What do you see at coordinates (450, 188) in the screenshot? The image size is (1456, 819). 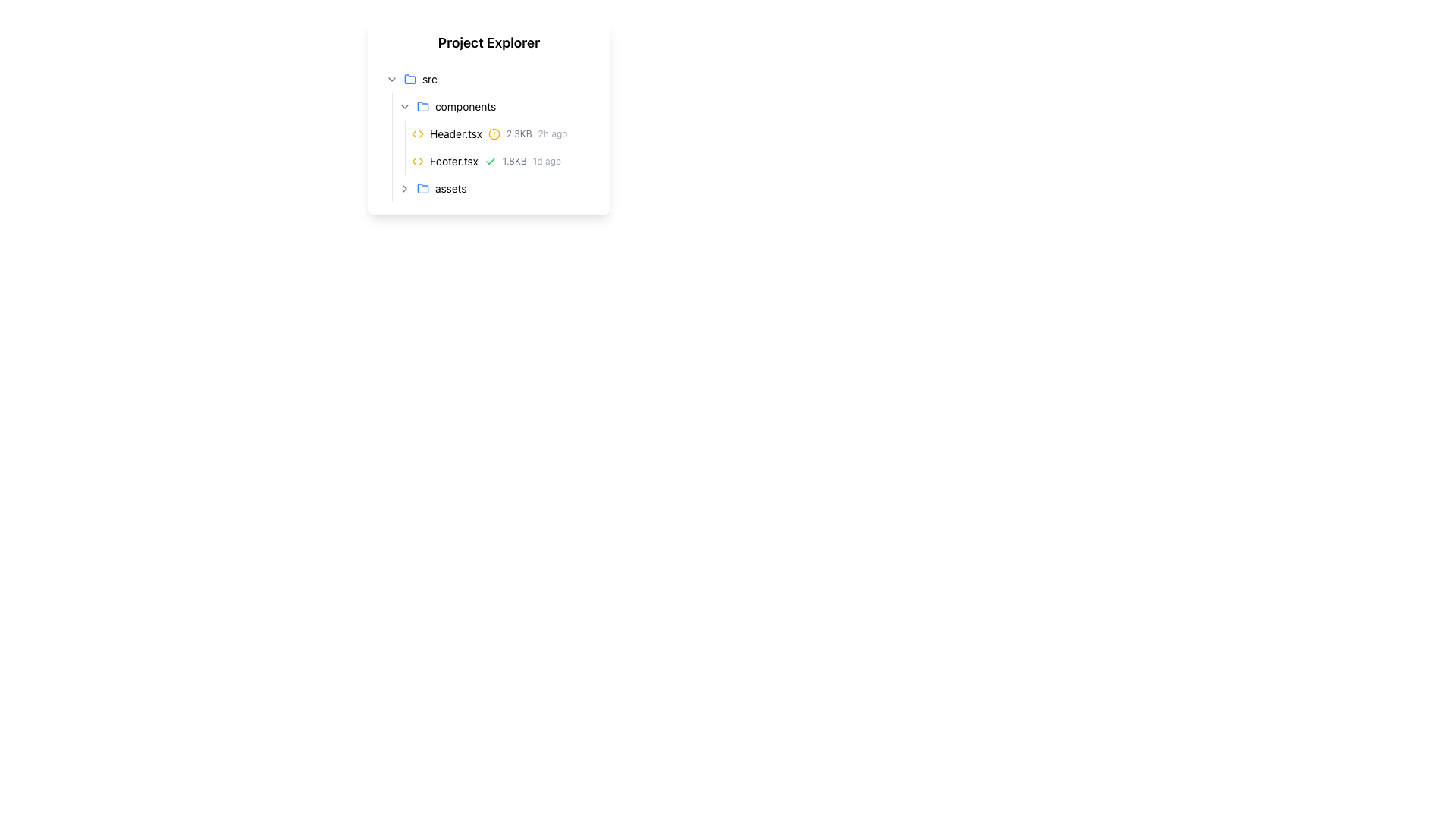 I see `the text label displaying 'assets' to possibly reveal additional information or trigger a visual effect` at bounding box center [450, 188].